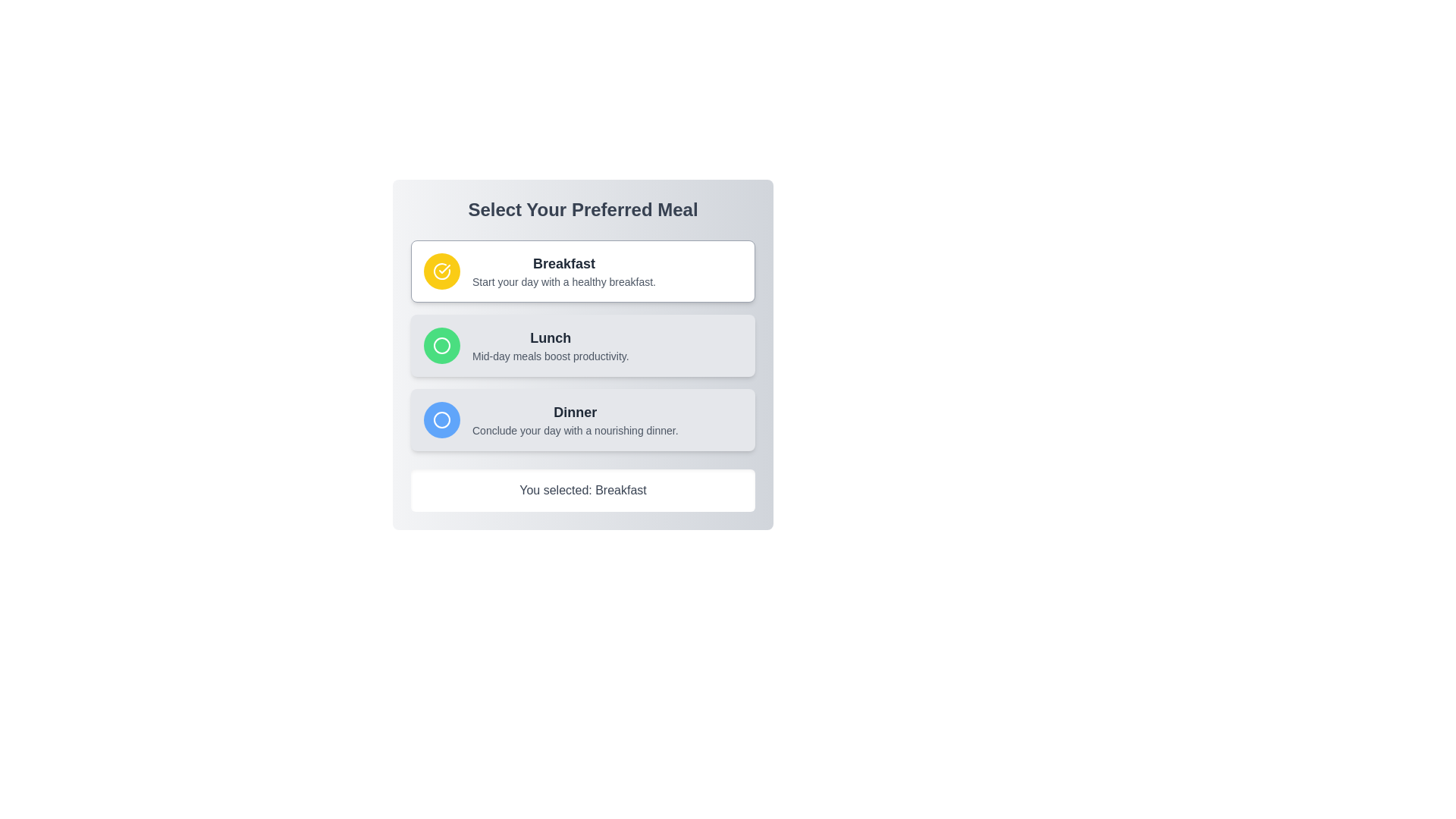 The width and height of the screenshot is (1456, 819). Describe the element at coordinates (582, 491) in the screenshot. I see `feedback label located at the bottom of the interface, which indicates the user's selected meal option based on the dynamically updated text` at that location.